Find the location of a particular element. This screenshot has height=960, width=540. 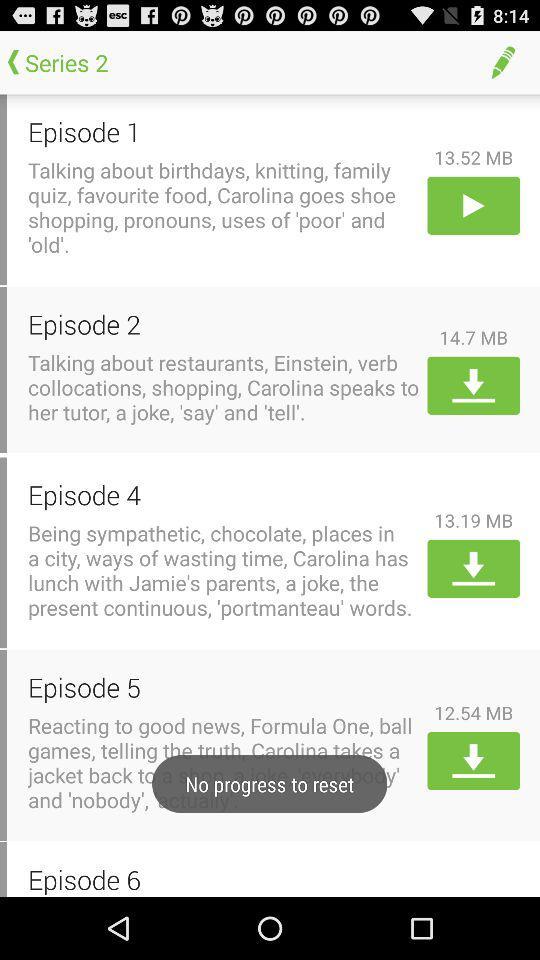

being sympathetic chocolate app is located at coordinates (223, 570).